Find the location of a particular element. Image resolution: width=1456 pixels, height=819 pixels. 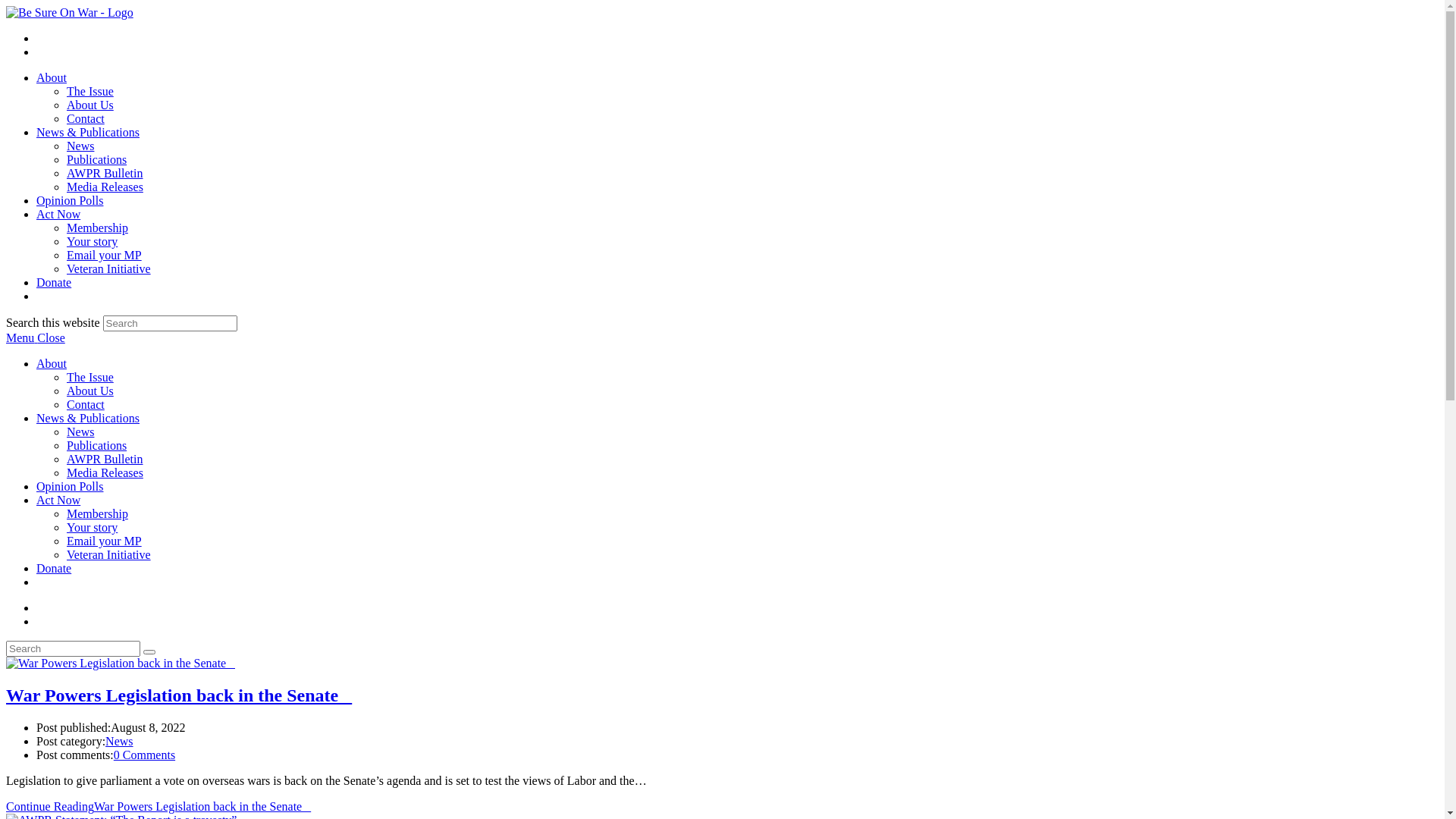

'The Issue' is located at coordinates (89, 376).